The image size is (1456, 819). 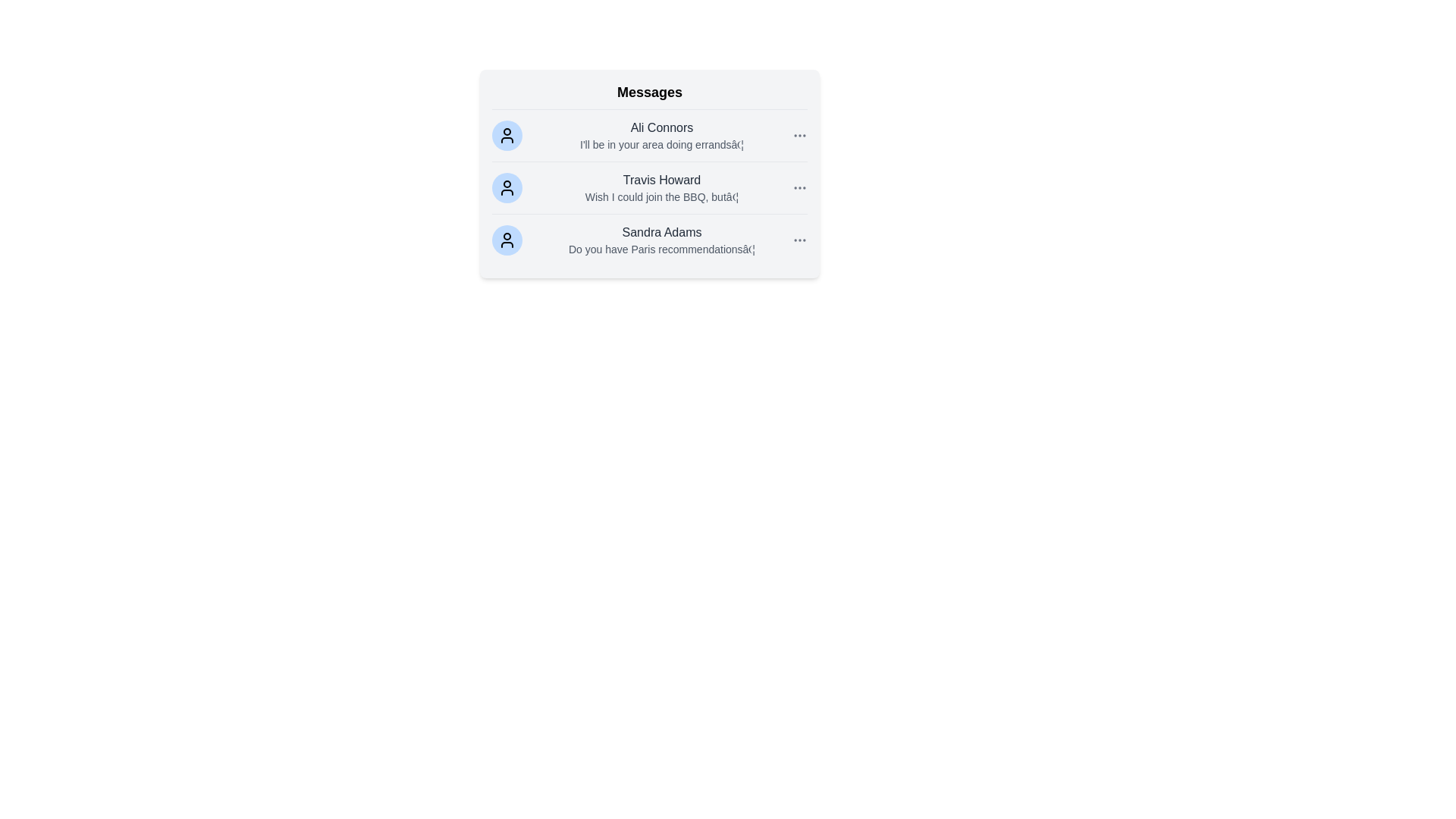 What do you see at coordinates (662, 239) in the screenshot?
I see `the Message Preview Entry displaying 'Sandra Adams' and the message snippet 'Do you have Paris recommendations…'` at bounding box center [662, 239].